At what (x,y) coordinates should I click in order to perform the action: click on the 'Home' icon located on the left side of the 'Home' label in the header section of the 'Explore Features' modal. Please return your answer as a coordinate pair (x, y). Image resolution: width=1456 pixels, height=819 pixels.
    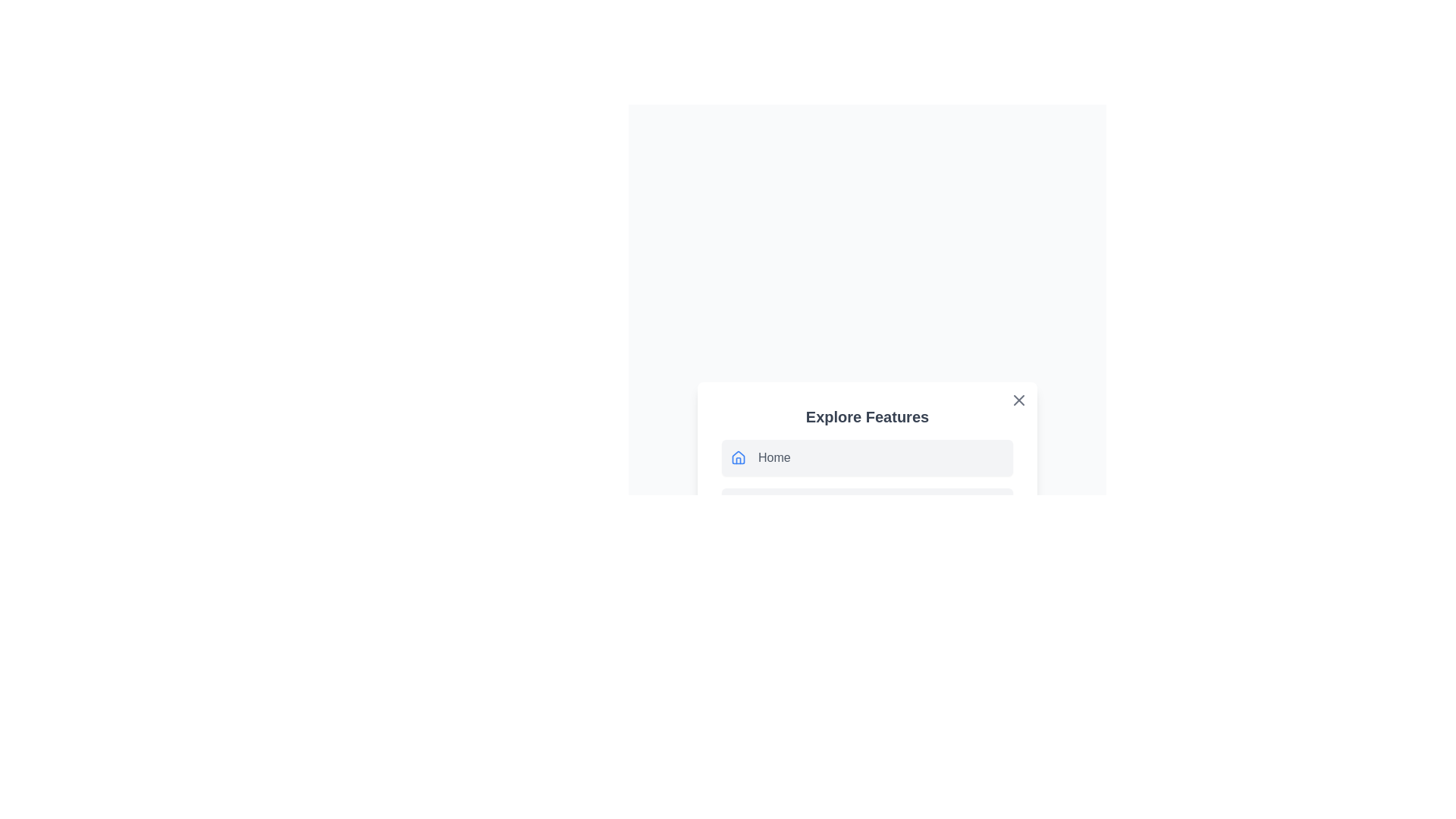
    Looking at the image, I should click on (739, 457).